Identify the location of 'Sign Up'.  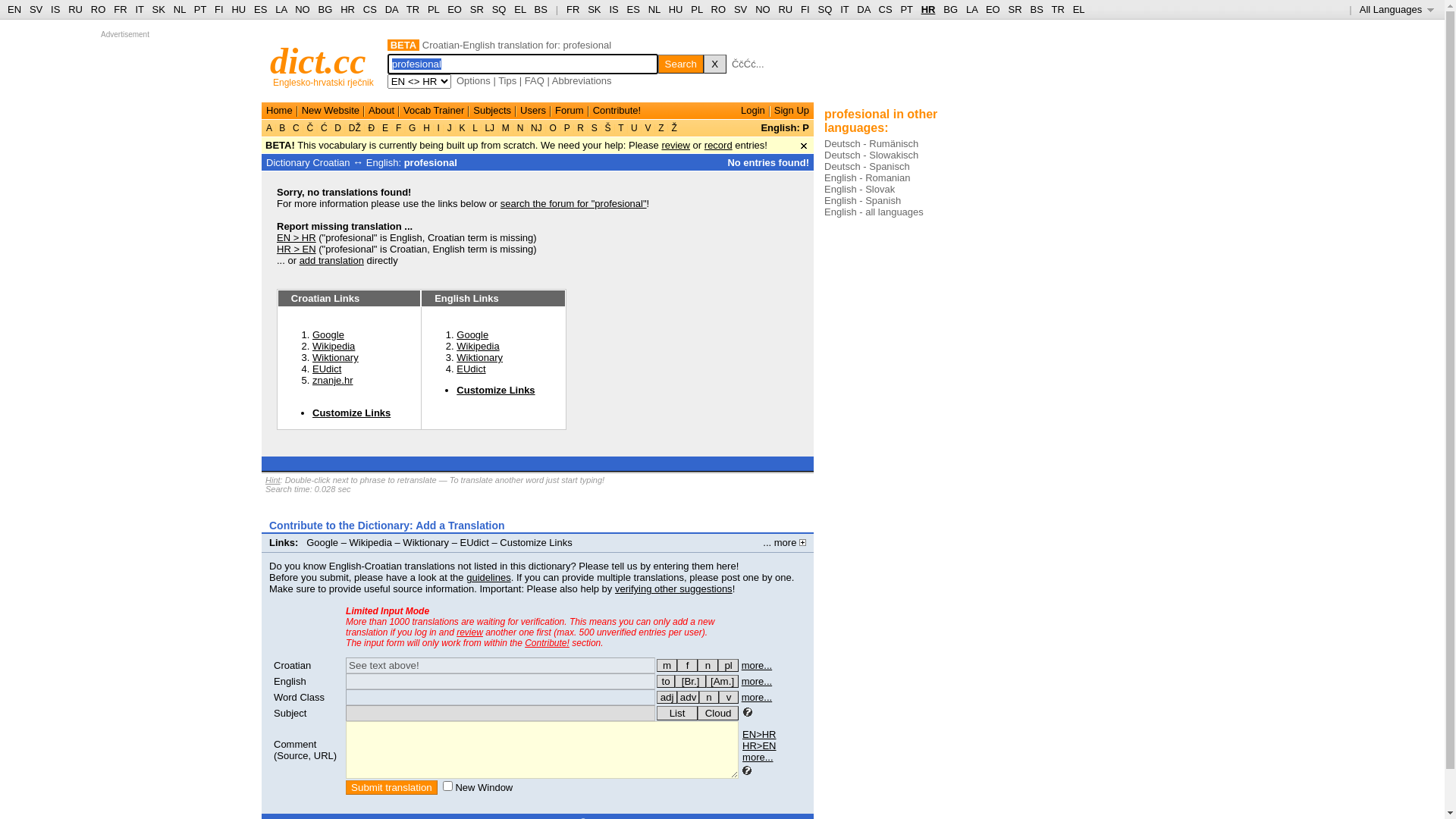
(774, 109).